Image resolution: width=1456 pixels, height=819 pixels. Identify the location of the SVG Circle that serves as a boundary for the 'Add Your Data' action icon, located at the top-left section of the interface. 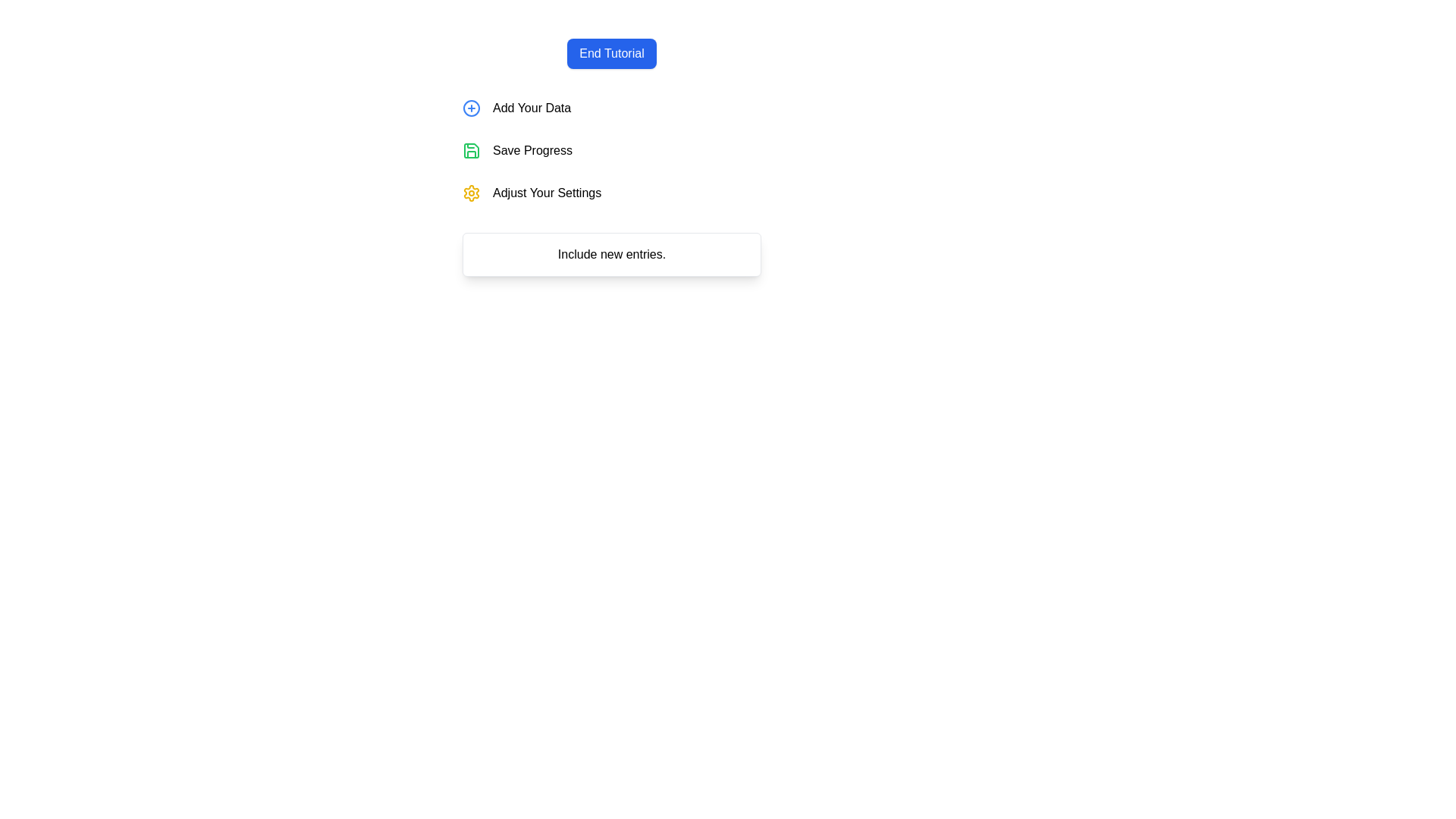
(471, 107).